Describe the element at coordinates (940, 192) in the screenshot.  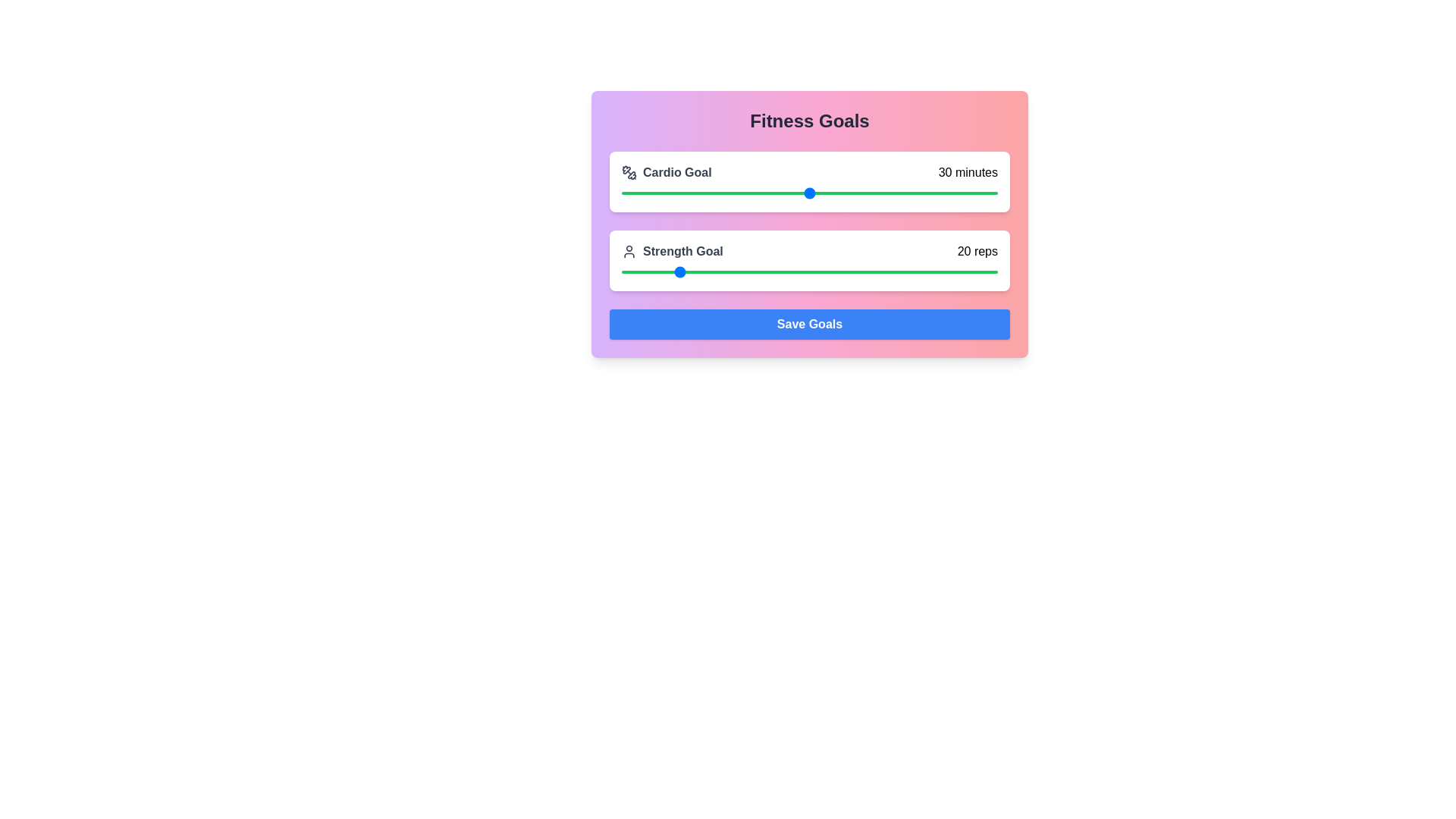
I see `the cardio goal` at that location.